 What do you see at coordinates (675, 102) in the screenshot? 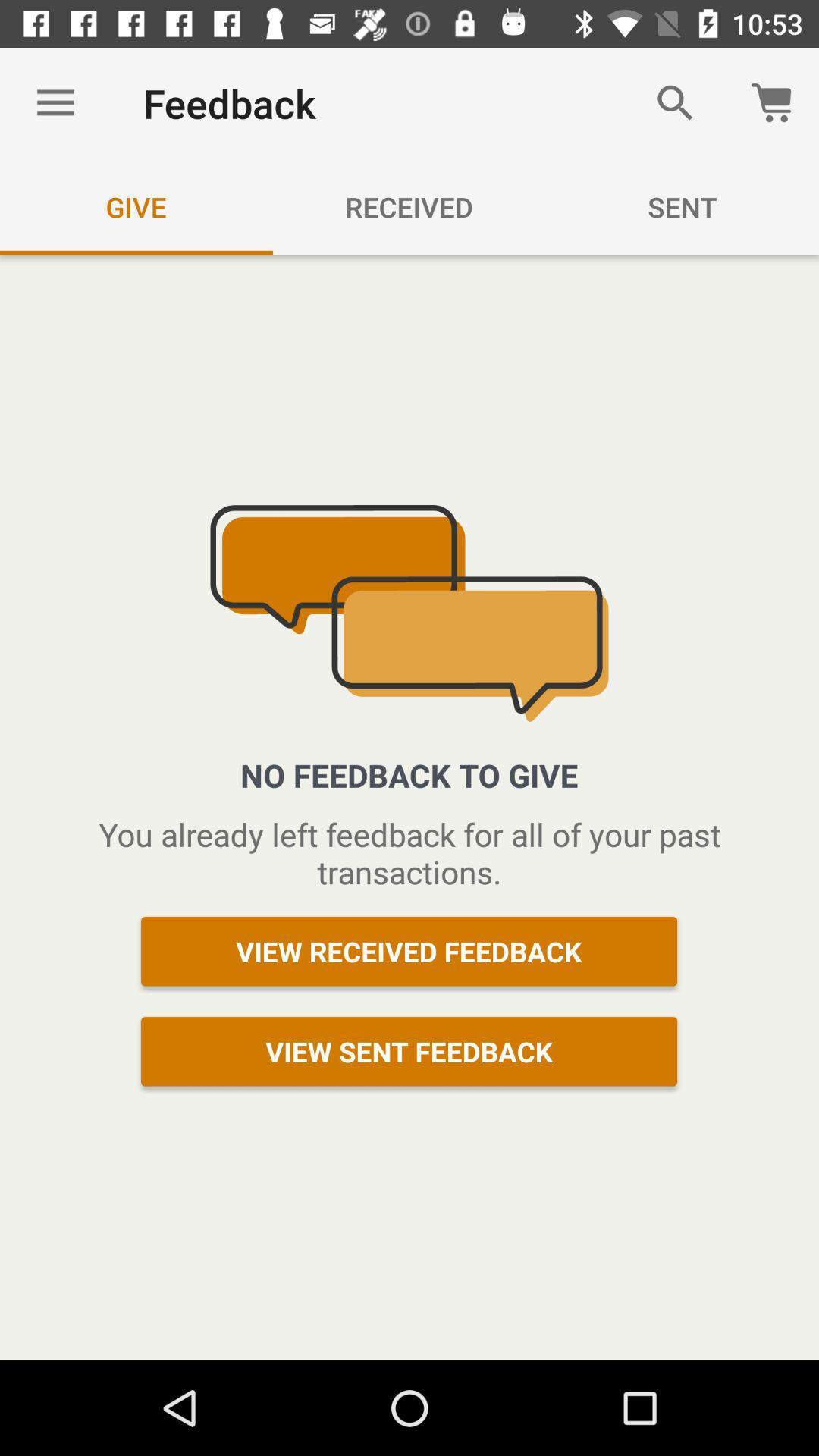
I see `the icon to the right of the feedback` at bounding box center [675, 102].